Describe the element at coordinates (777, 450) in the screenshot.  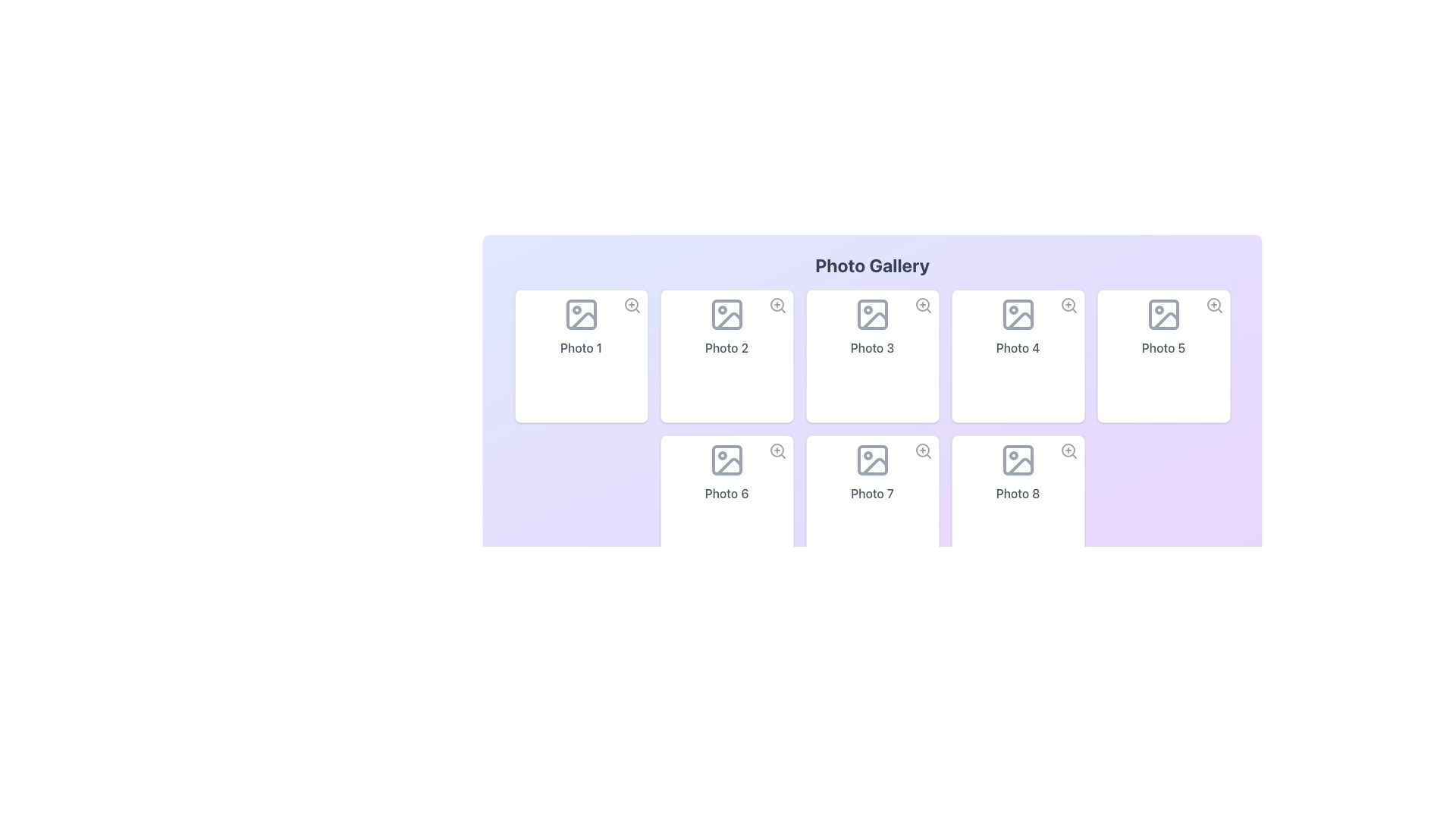
I see `the zoom-in magnifying glass icon located in the top-right corner of the 'Photo 6' card in the gallery layout to enlarge the photo or open it in a detailed view` at that location.